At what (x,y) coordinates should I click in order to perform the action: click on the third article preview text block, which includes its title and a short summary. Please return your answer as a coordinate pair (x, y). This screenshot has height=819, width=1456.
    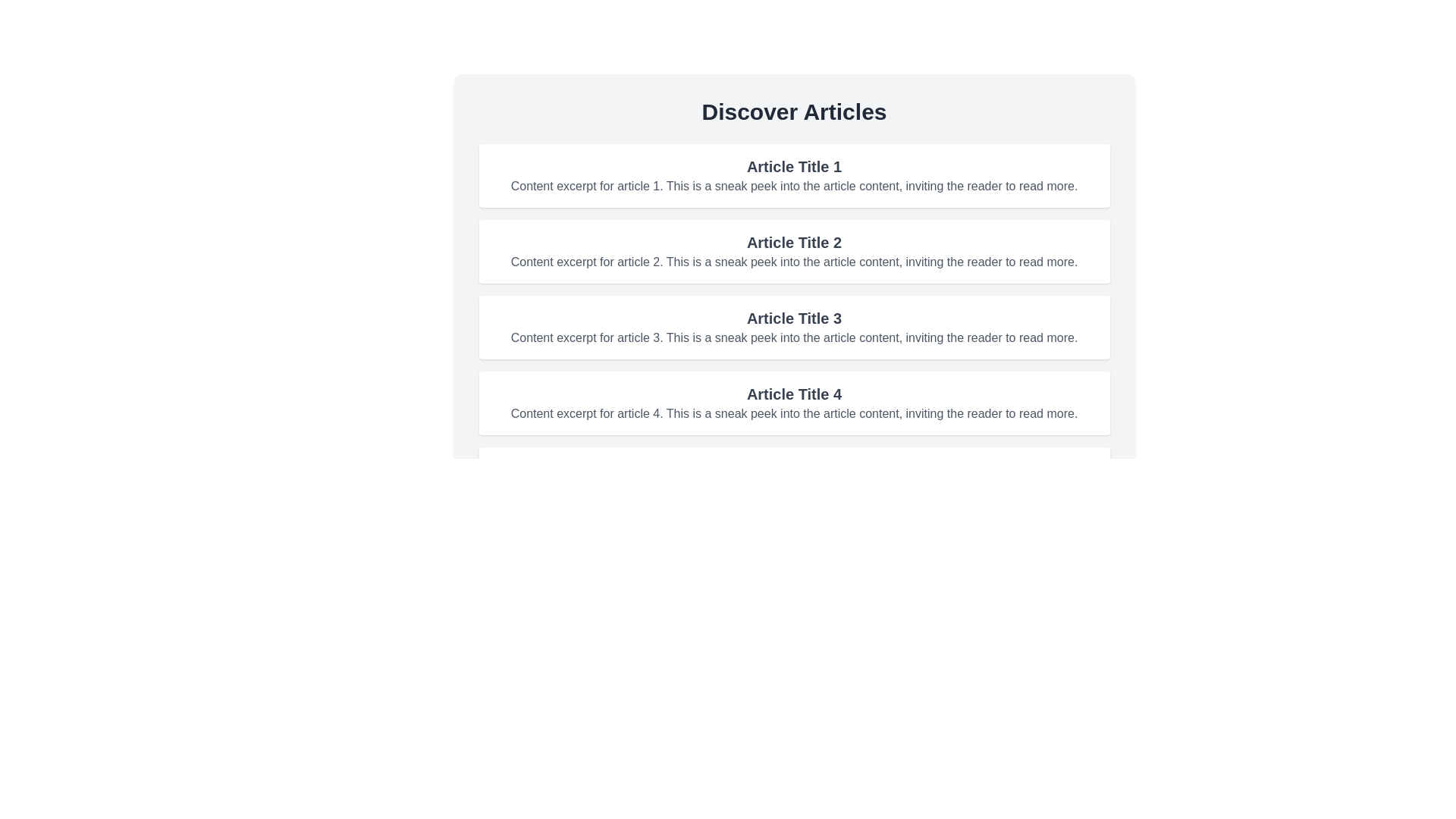
    Looking at the image, I should click on (793, 327).